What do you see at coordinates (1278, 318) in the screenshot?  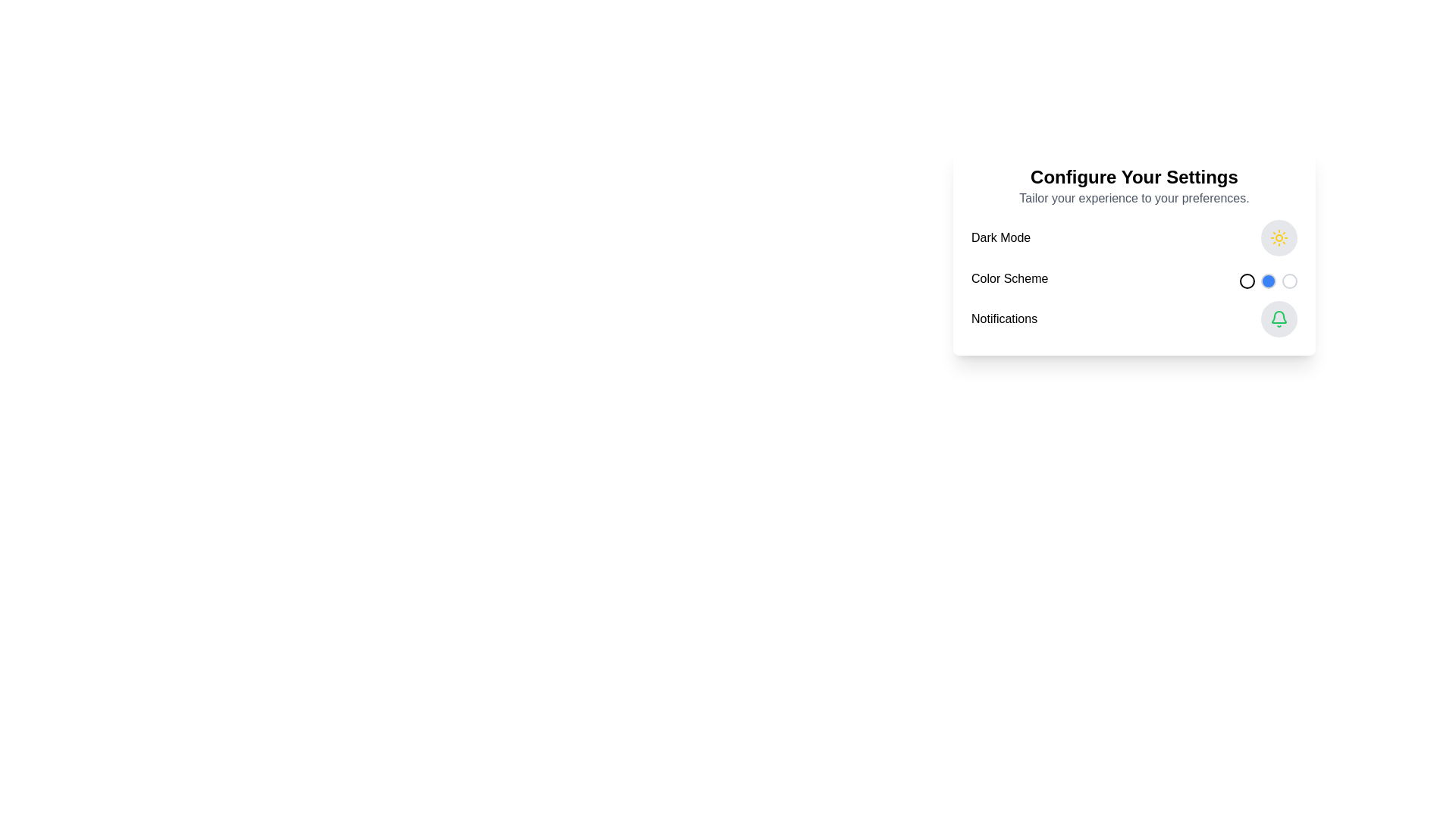 I see `the circular gray button with a green bell icon in the top-right corner of the 'Notifications' section` at bounding box center [1278, 318].